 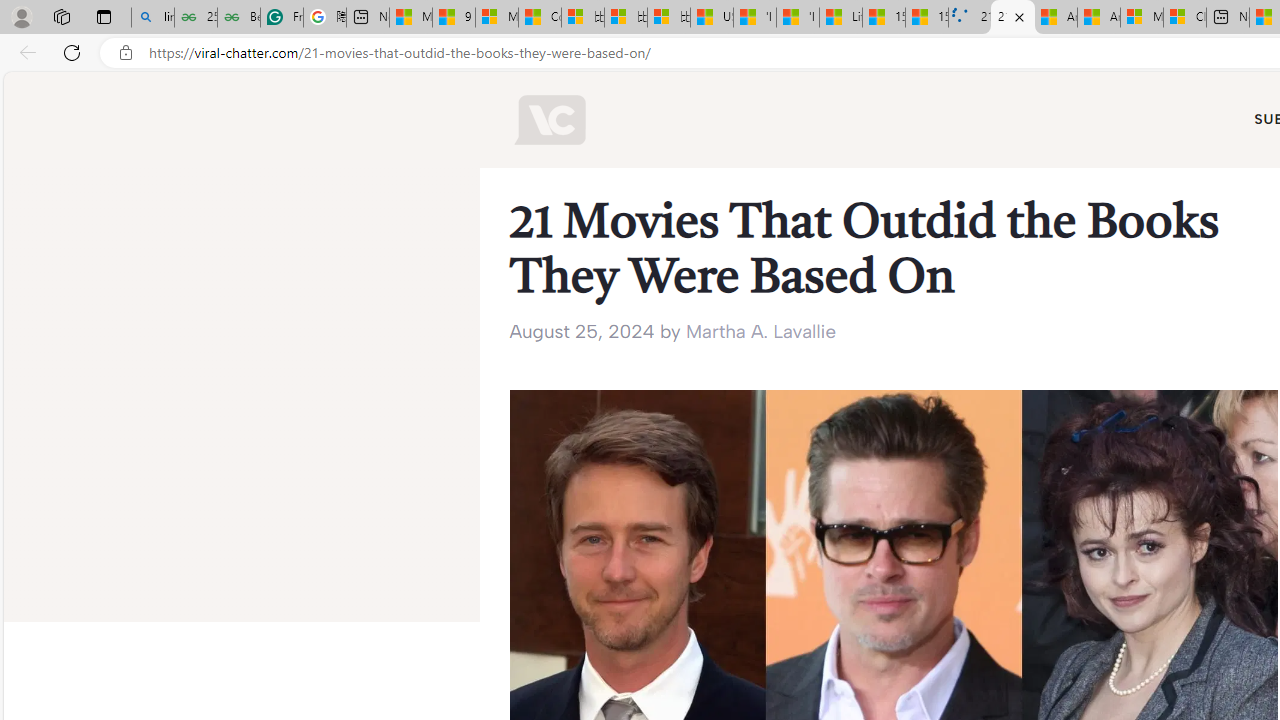 What do you see at coordinates (1184, 17) in the screenshot?
I see `'Cloud Computing Services | Microsoft Azure'` at bounding box center [1184, 17].